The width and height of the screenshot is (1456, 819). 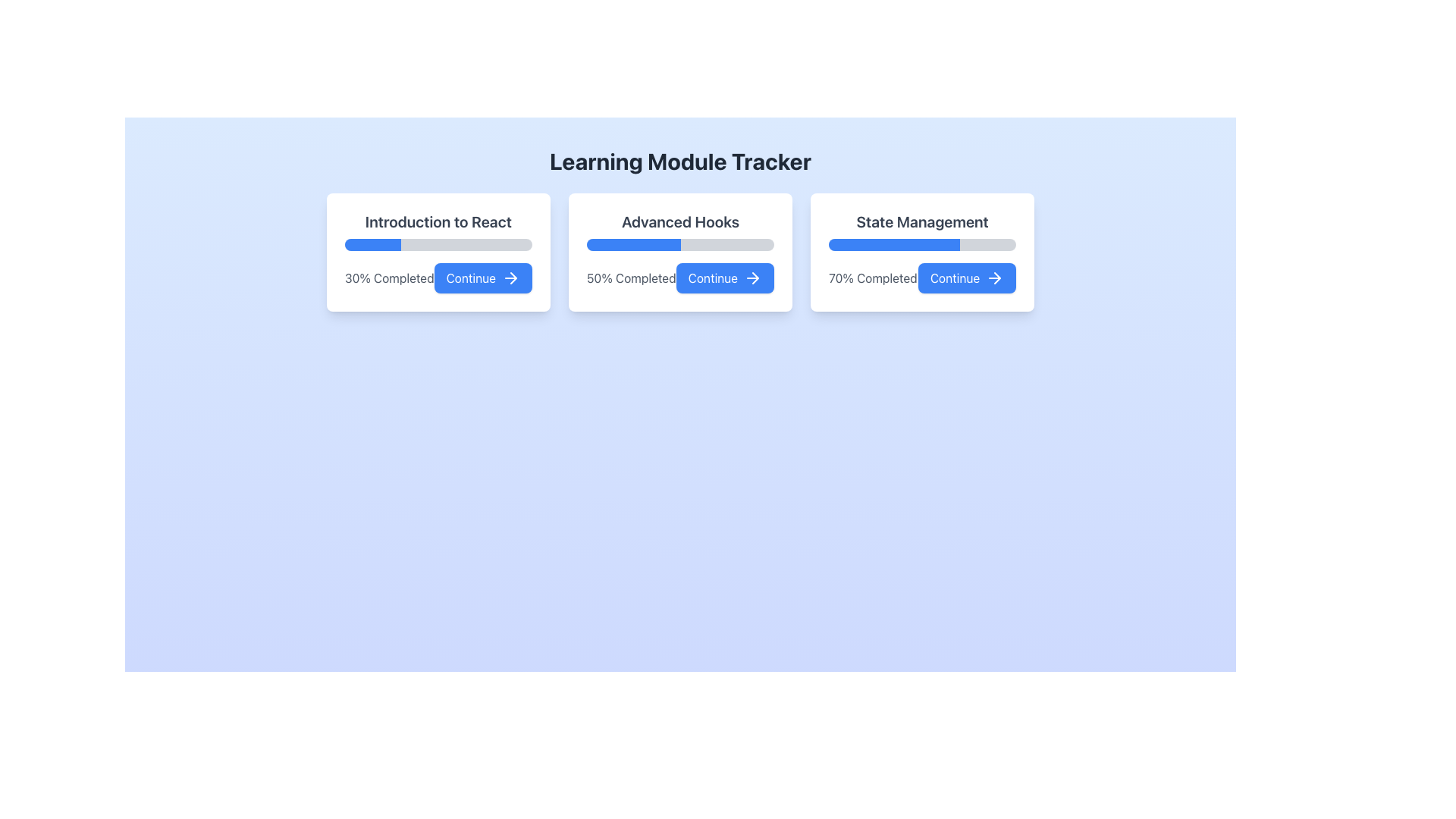 I want to click on the text label displaying '50% Completed' styled in gray color within the 'Advanced Hooks' section of the 'Learning Module Tracker' interface, so click(x=631, y=278).